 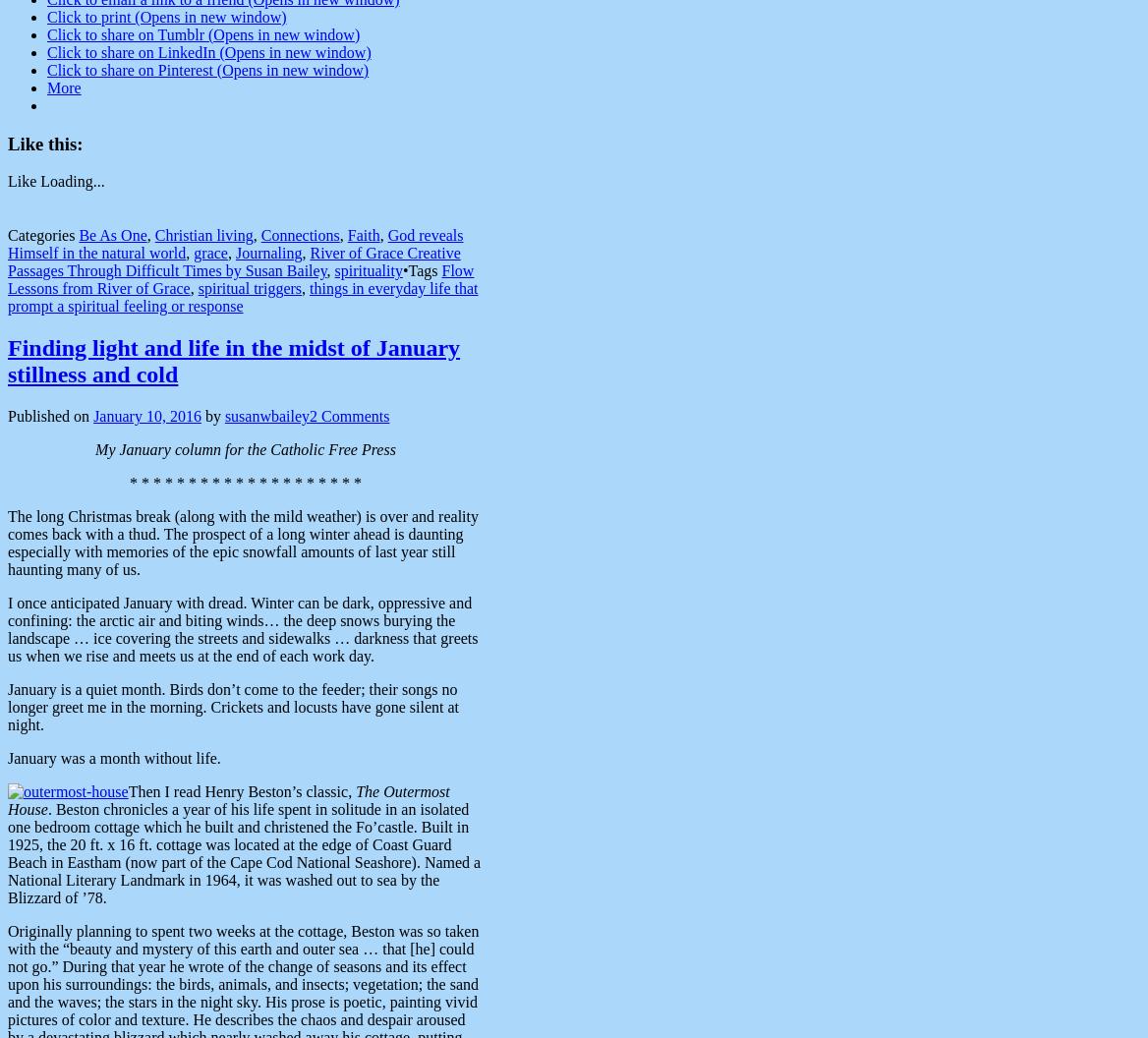 I want to click on 'Click to share on LinkedIn (Opens in new window)', so click(x=47, y=51).